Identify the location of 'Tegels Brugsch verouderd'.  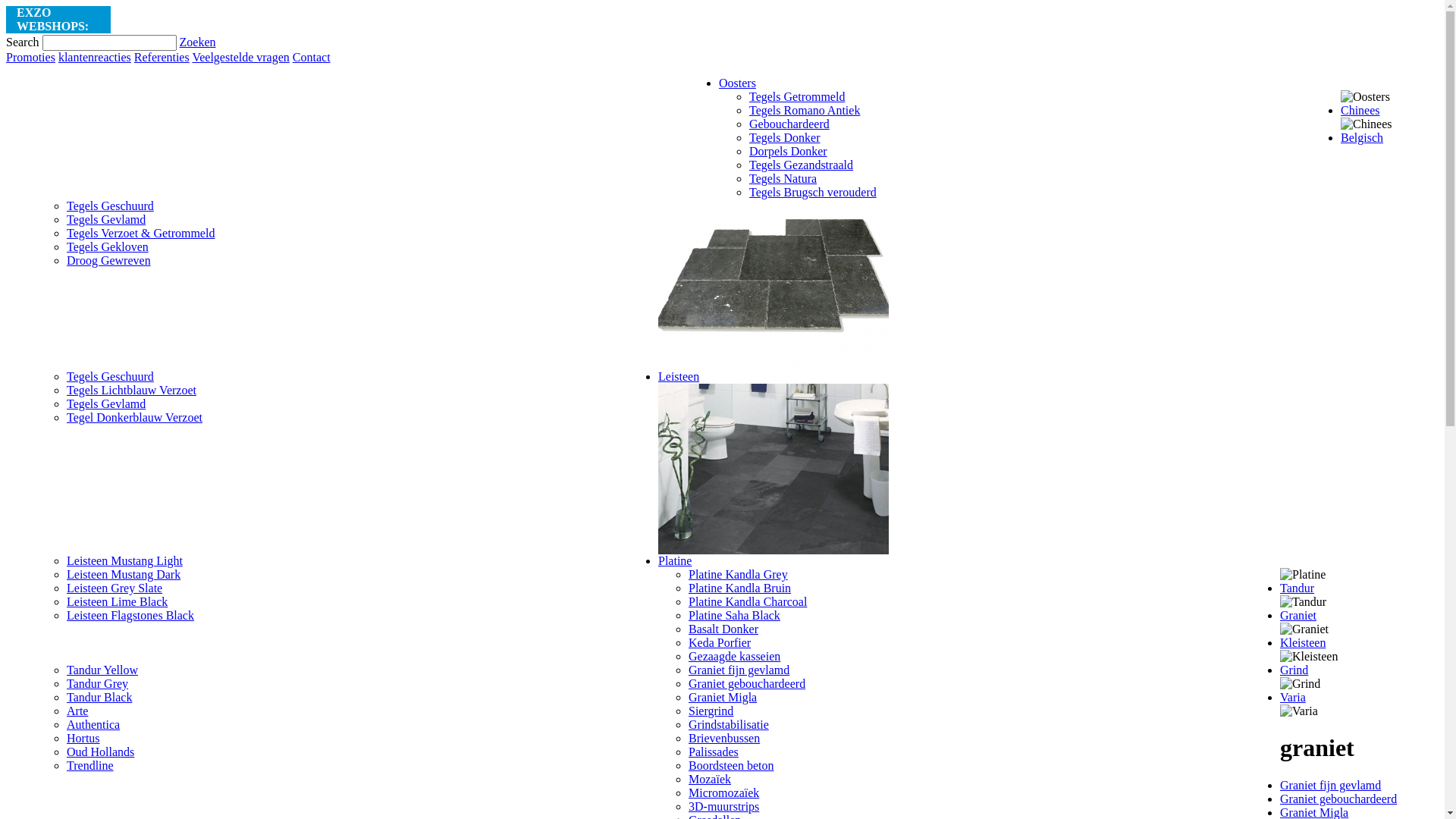
(811, 191).